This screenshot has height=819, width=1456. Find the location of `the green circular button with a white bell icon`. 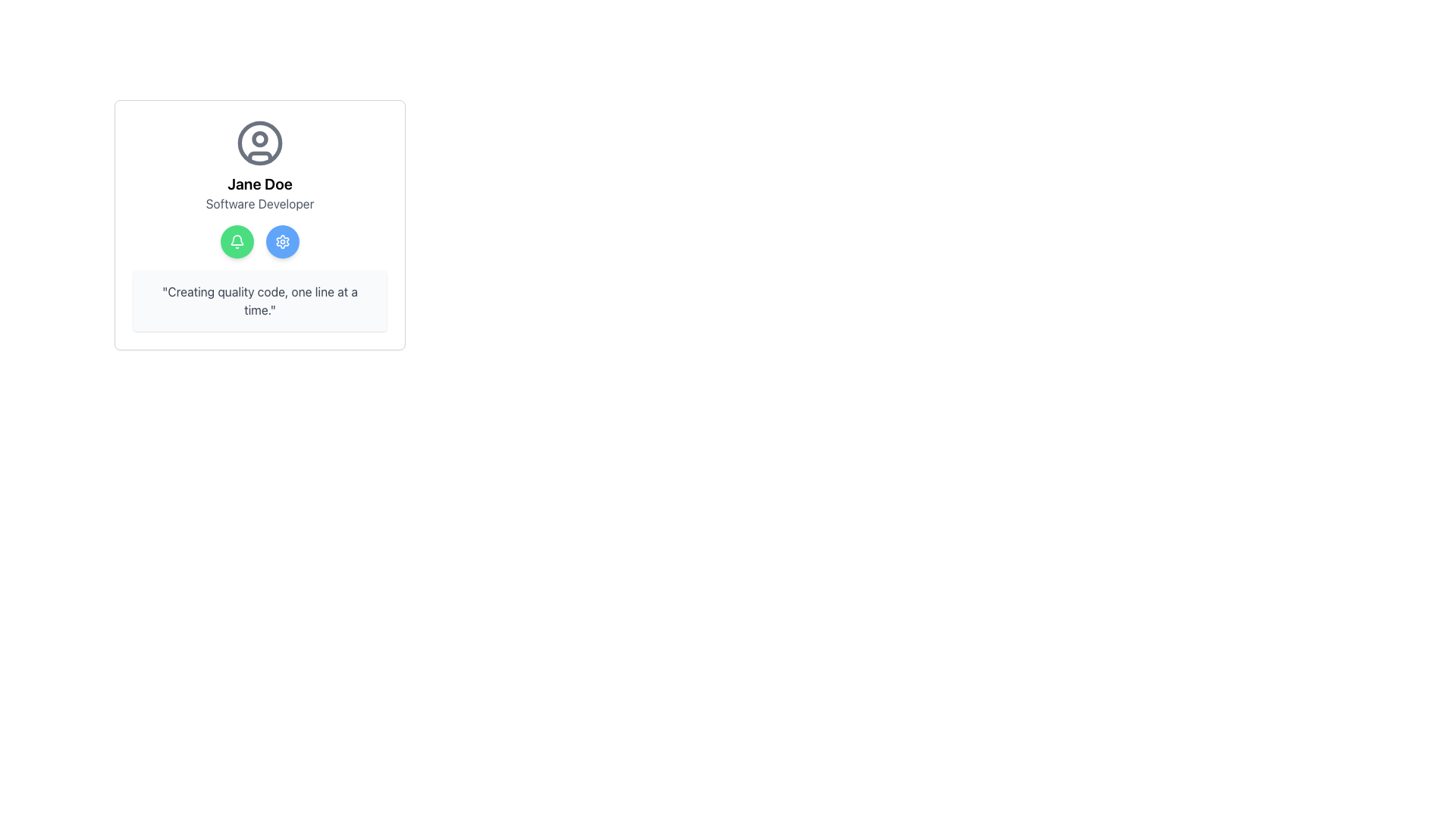

the green circular button with a white bell icon is located at coordinates (236, 241).